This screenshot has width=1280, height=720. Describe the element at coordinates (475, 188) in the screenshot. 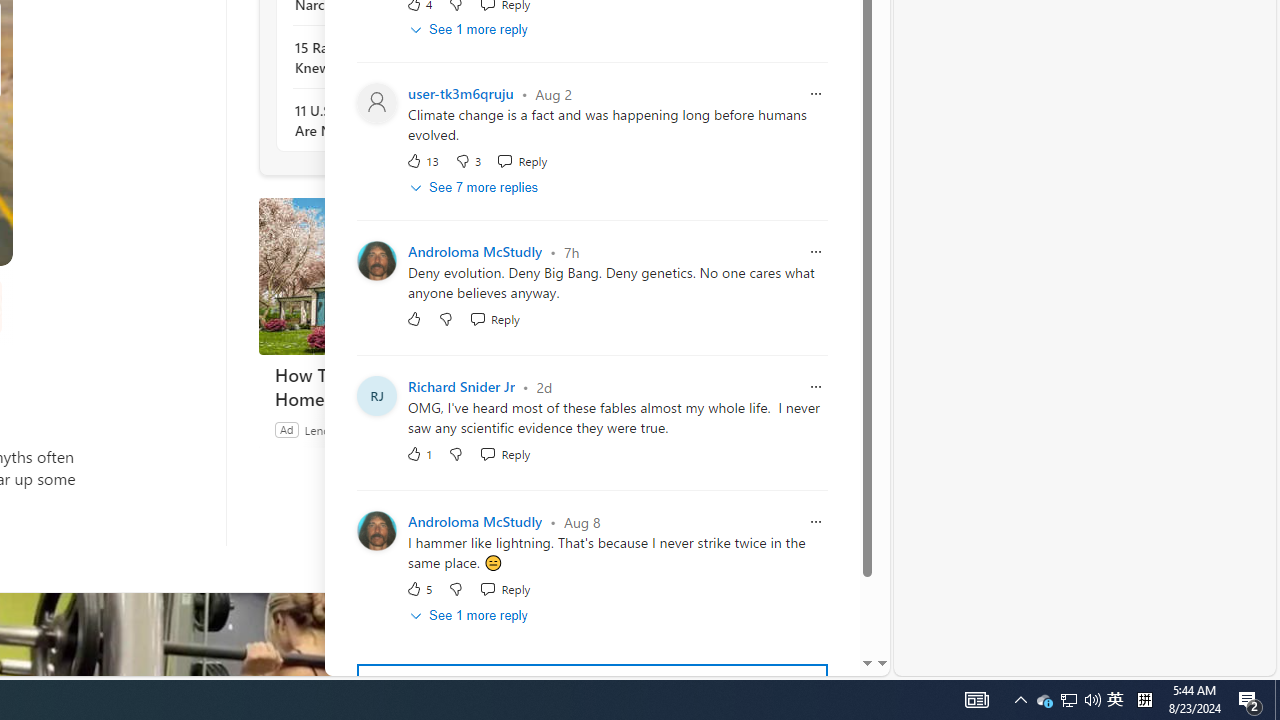

I see `'See 7 more replies'` at that location.